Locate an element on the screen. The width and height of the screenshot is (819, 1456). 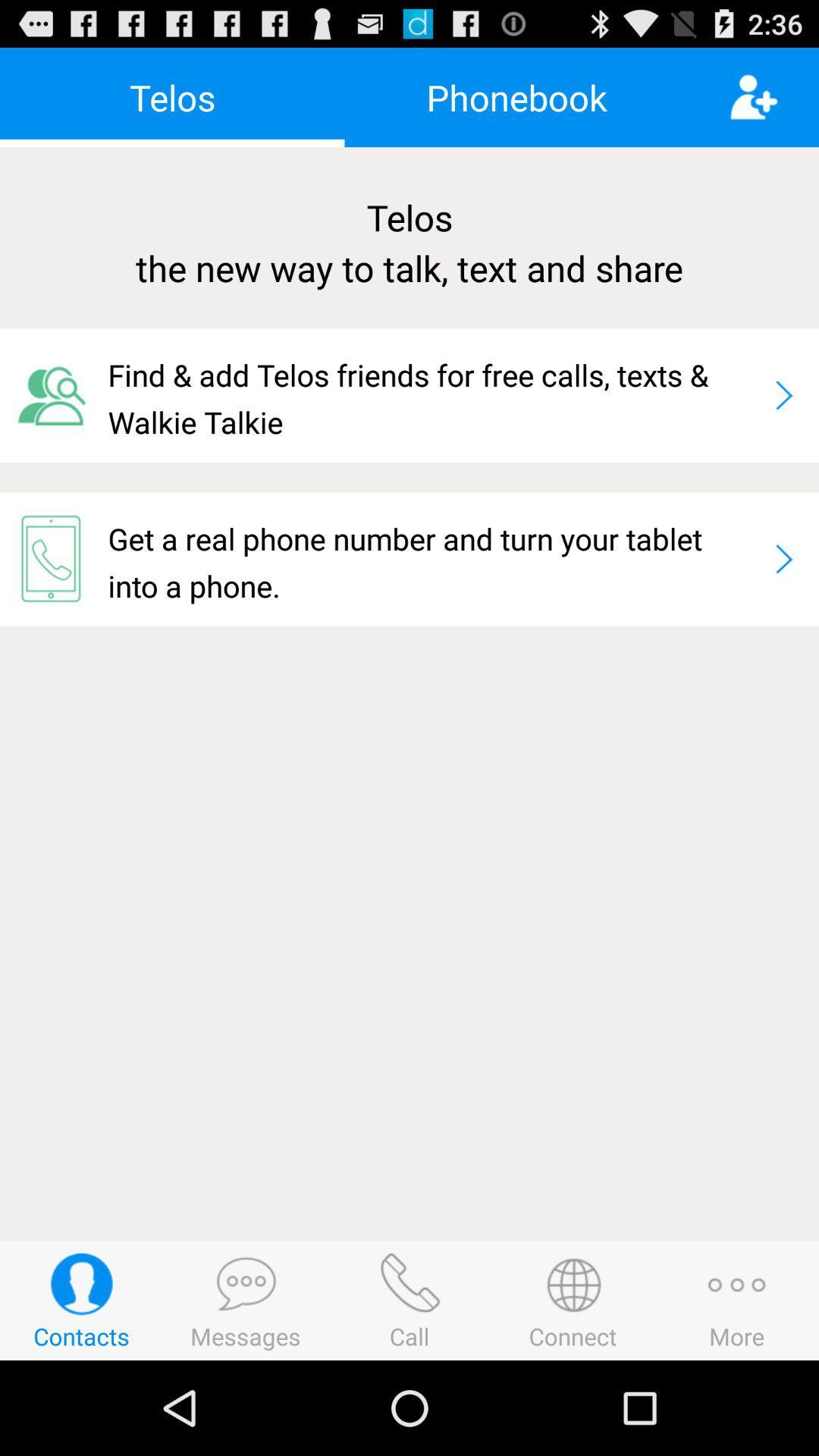
the item next to the phonebook icon is located at coordinates (773, 96).